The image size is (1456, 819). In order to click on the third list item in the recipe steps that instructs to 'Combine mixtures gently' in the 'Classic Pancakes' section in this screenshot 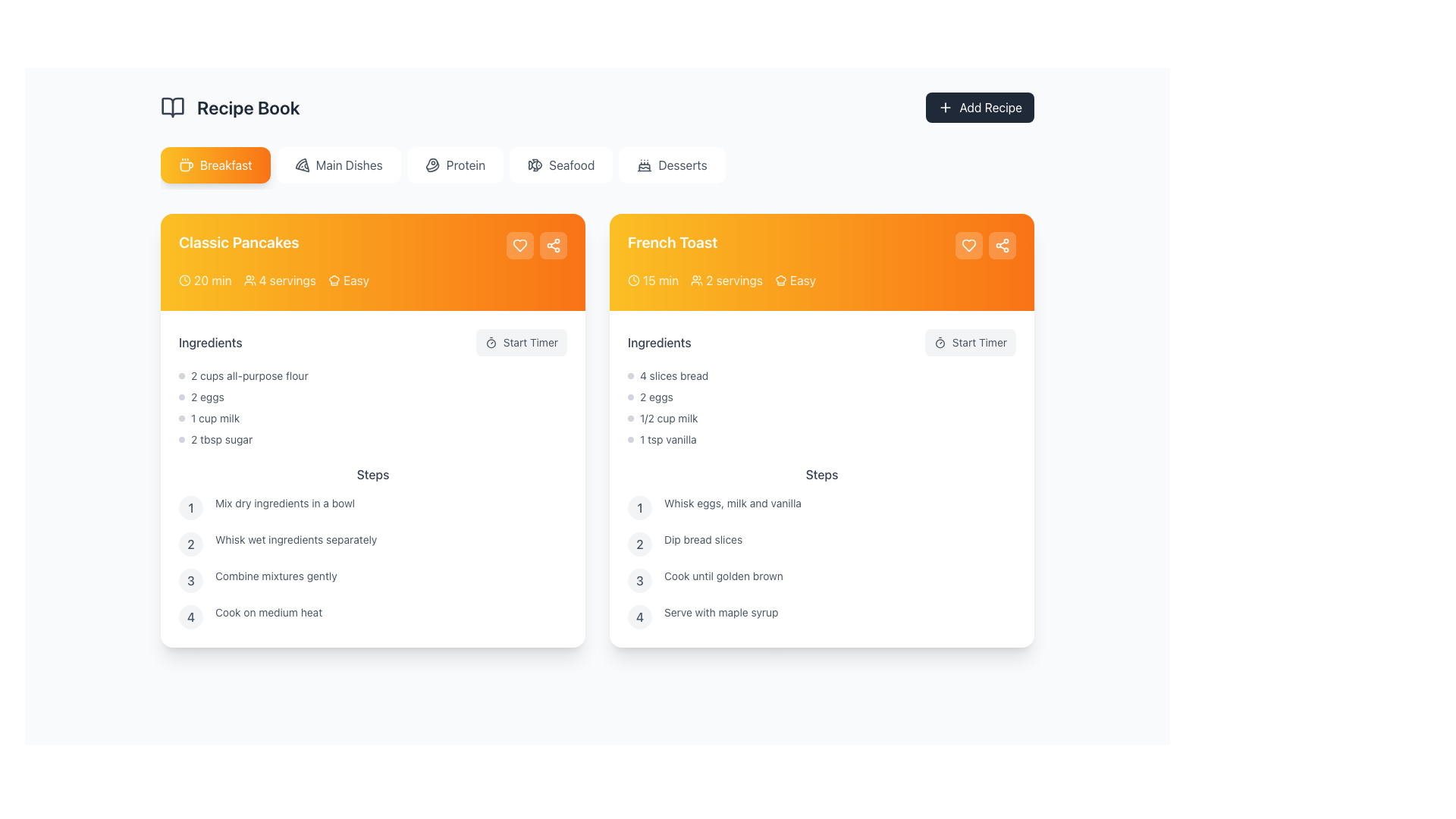, I will do `click(372, 580)`.